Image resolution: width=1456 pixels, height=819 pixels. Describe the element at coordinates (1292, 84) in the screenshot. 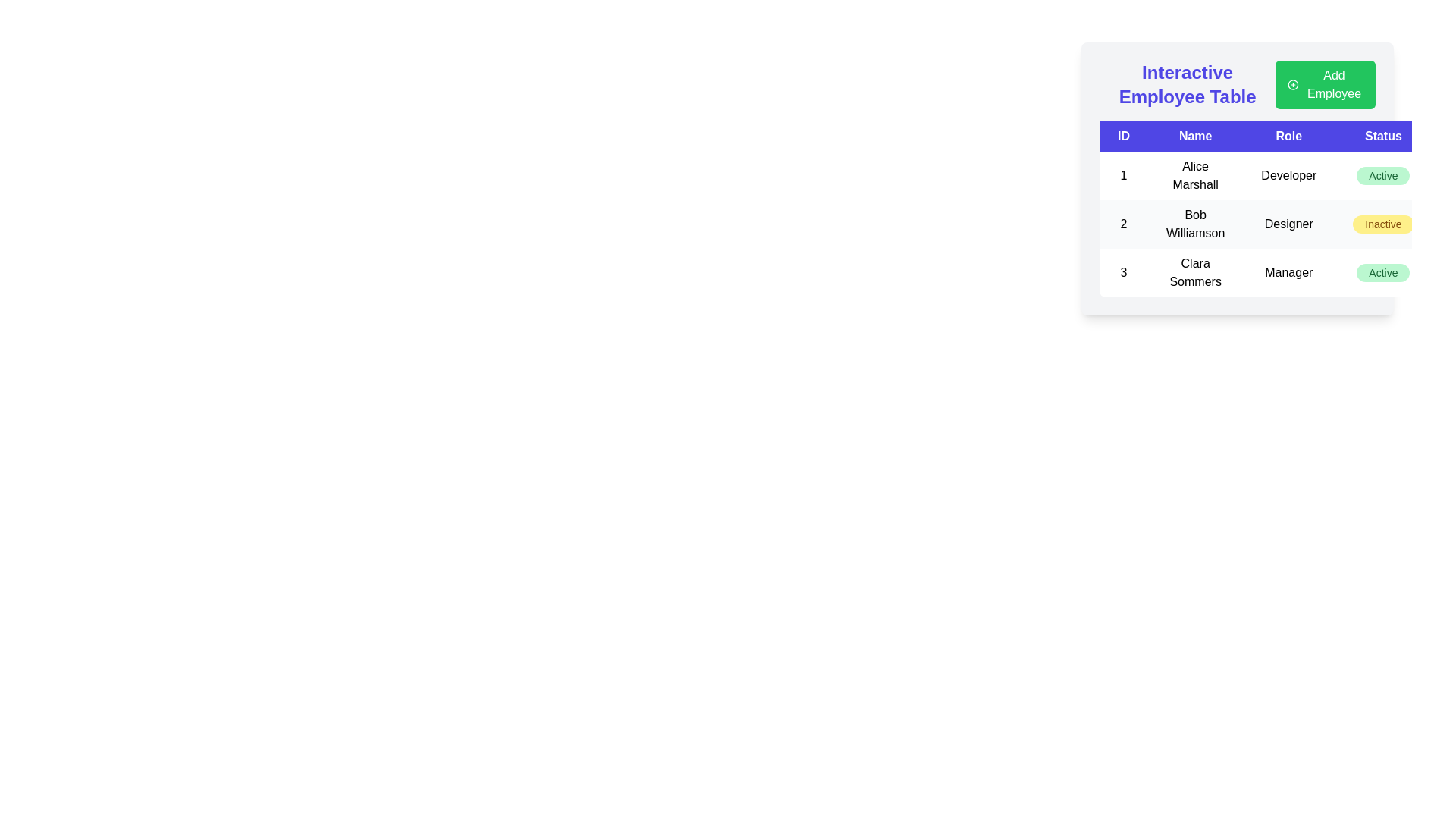

I see `the circular icon with a plus sign at its center, located to the left of the 'Add Employee' text on the green button at the top-right corner of the interface` at that location.